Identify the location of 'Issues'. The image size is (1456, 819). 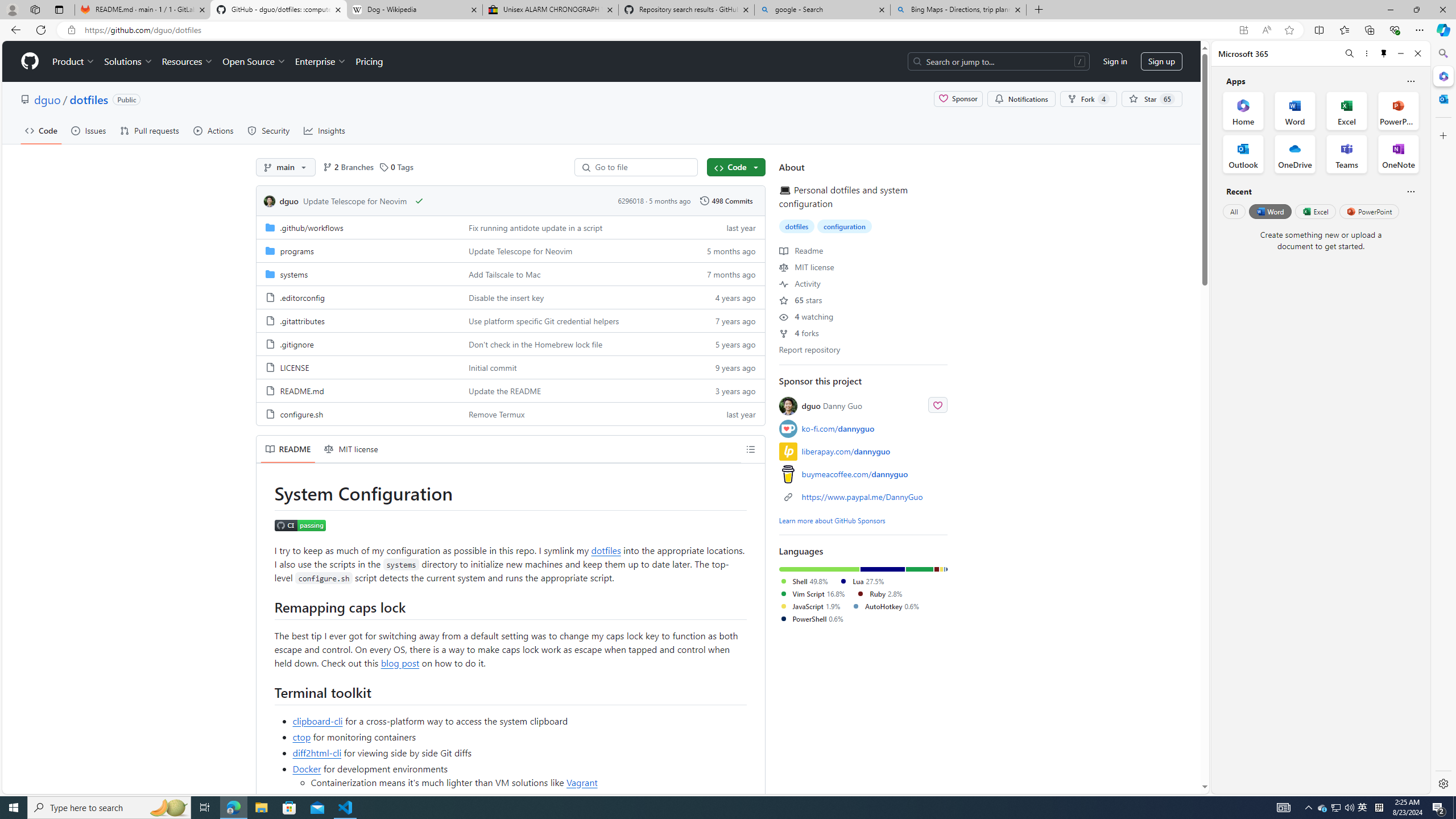
(88, 130).